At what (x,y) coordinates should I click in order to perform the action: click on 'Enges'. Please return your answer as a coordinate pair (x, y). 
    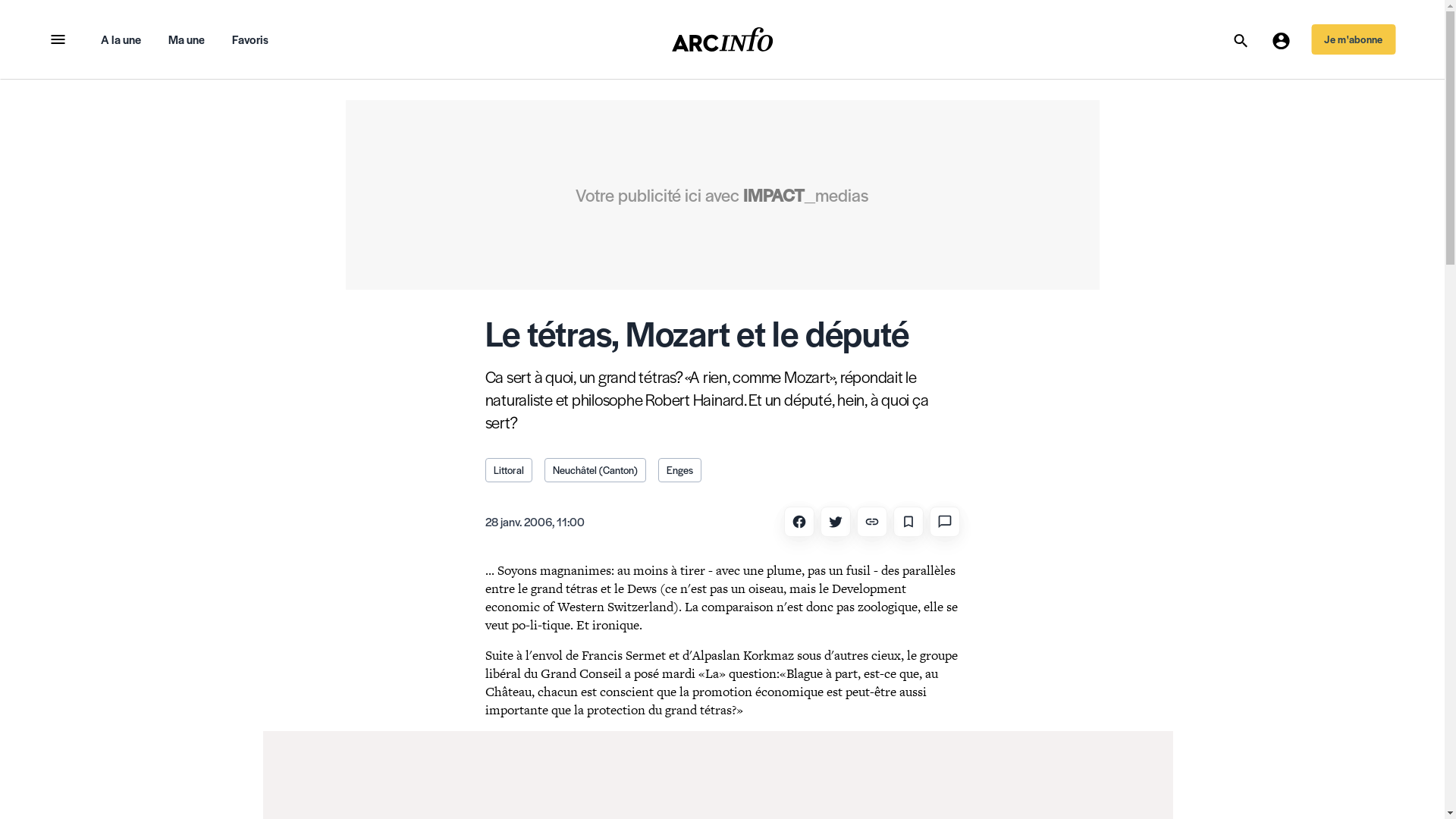
    Looking at the image, I should click on (658, 469).